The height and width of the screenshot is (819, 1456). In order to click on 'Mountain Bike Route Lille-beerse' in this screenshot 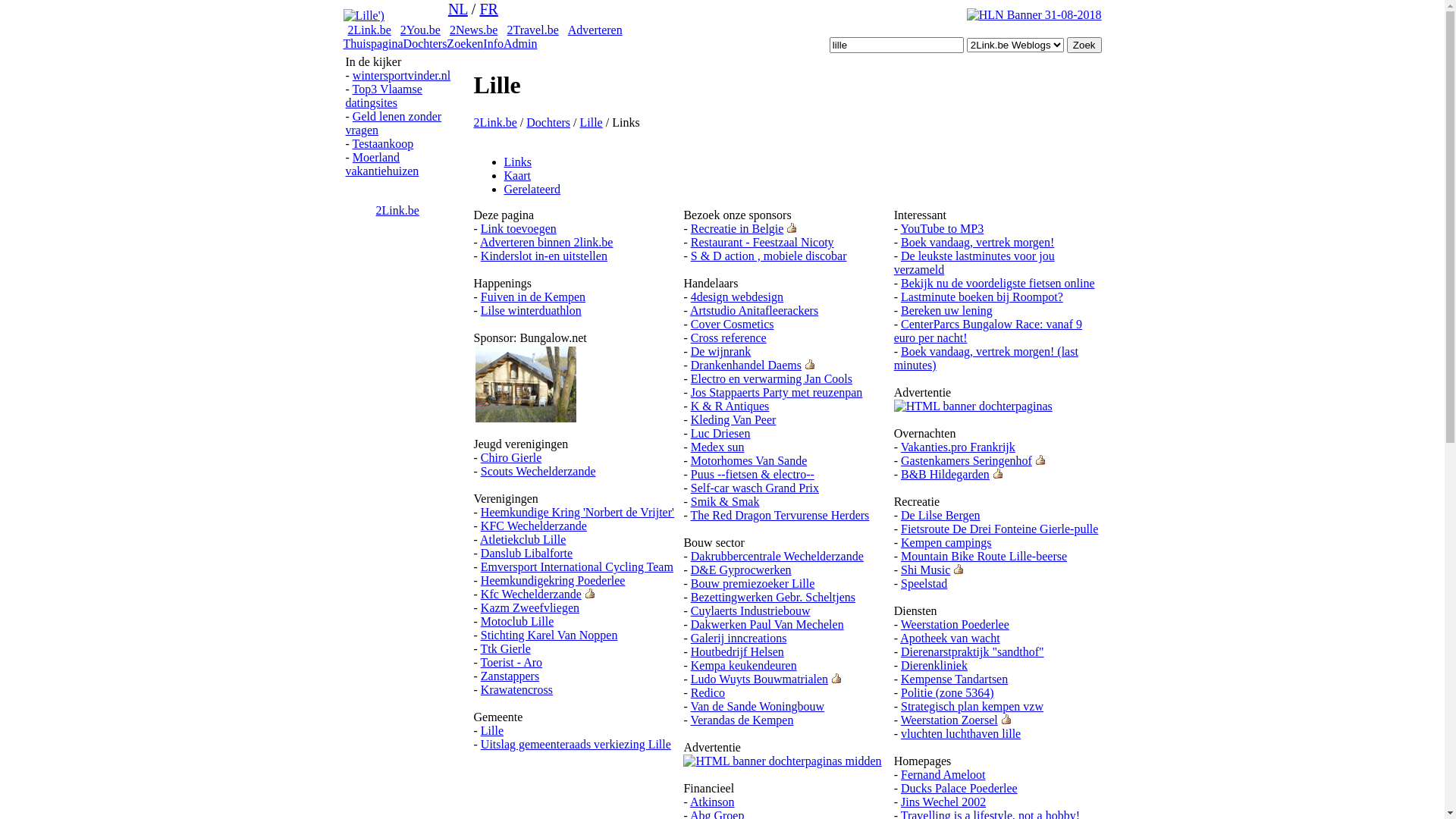, I will do `click(984, 556)`.